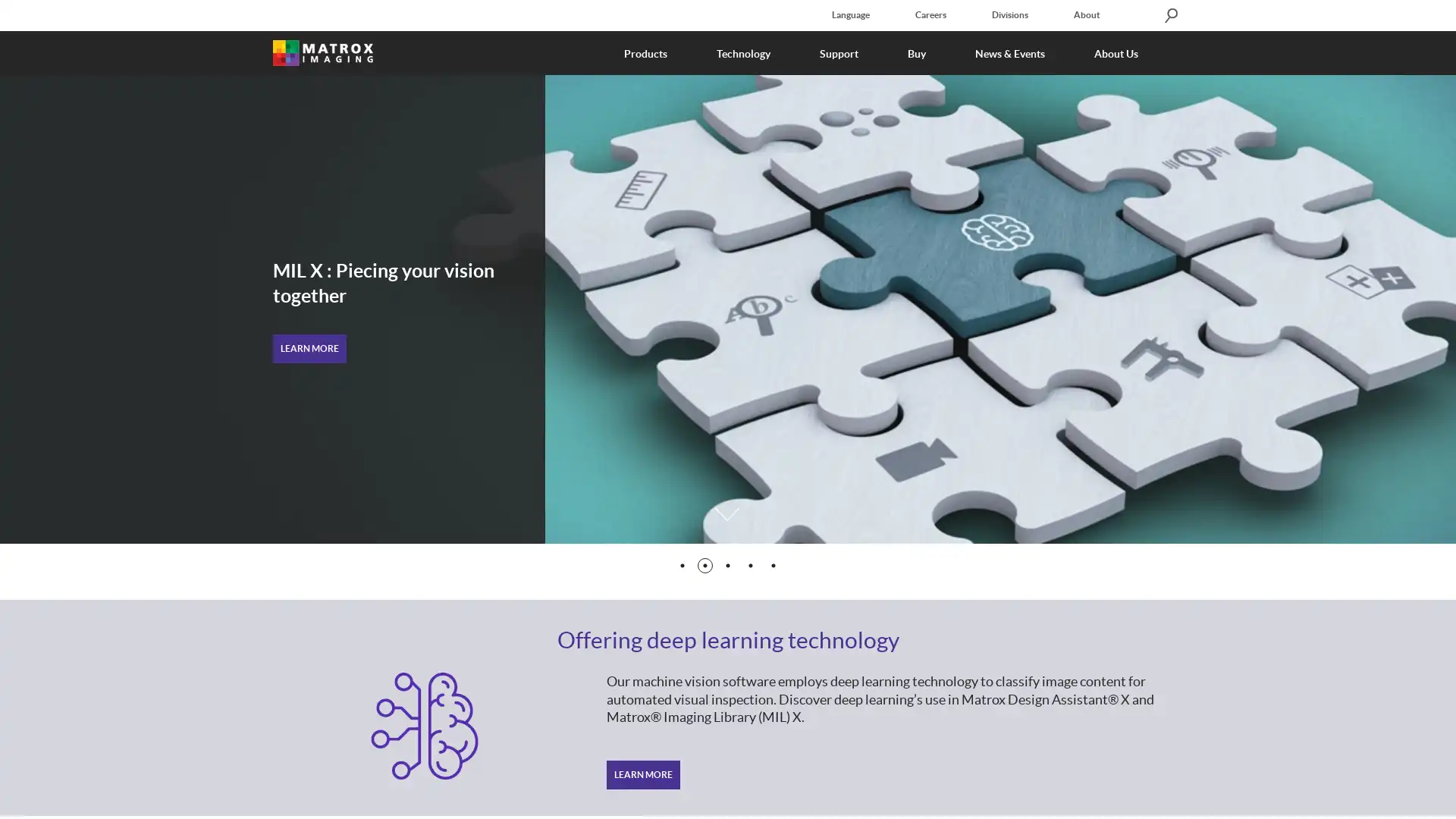  What do you see at coordinates (728, 565) in the screenshot?
I see `3` at bounding box center [728, 565].